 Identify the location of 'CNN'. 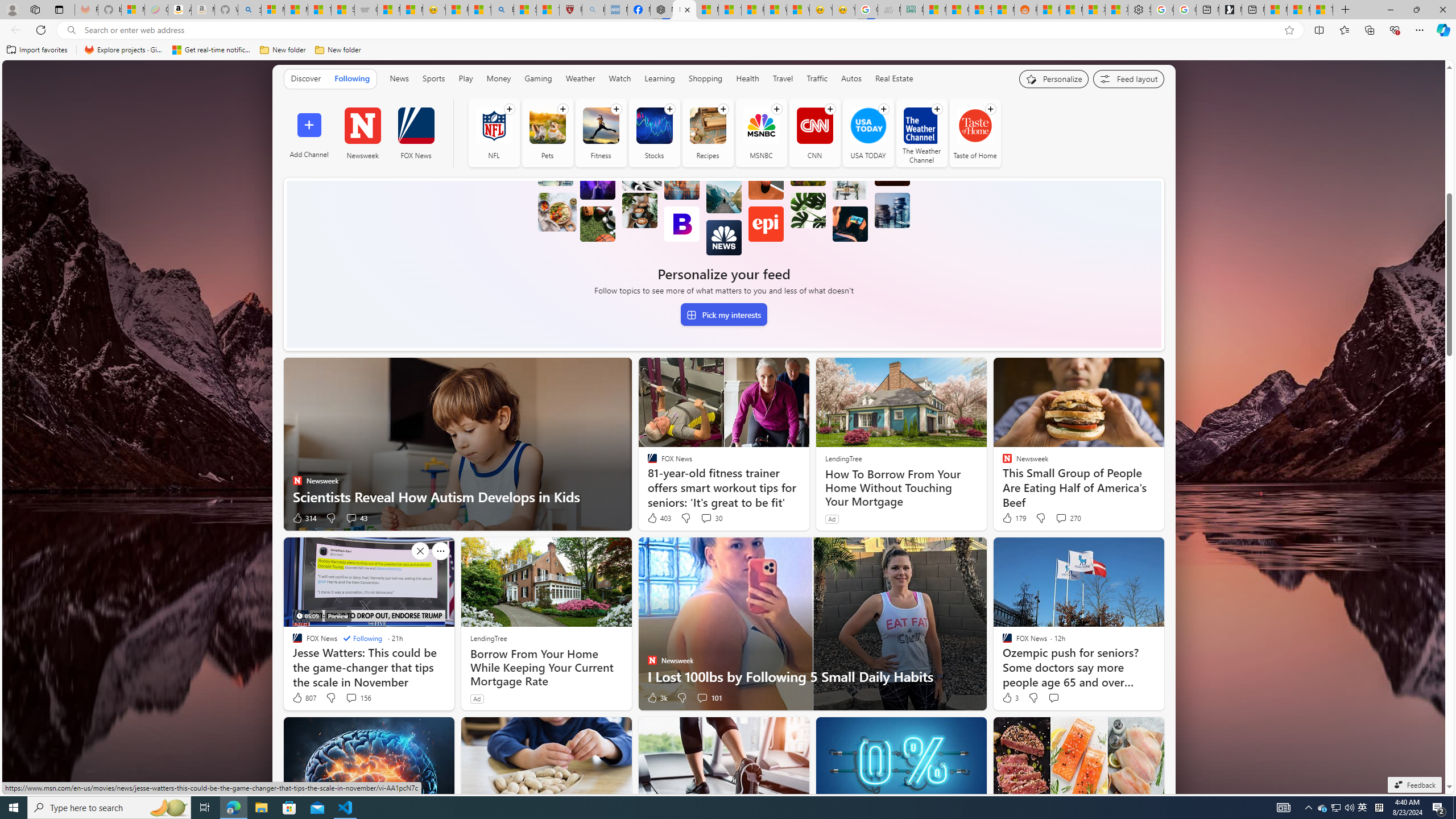
(814, 133).